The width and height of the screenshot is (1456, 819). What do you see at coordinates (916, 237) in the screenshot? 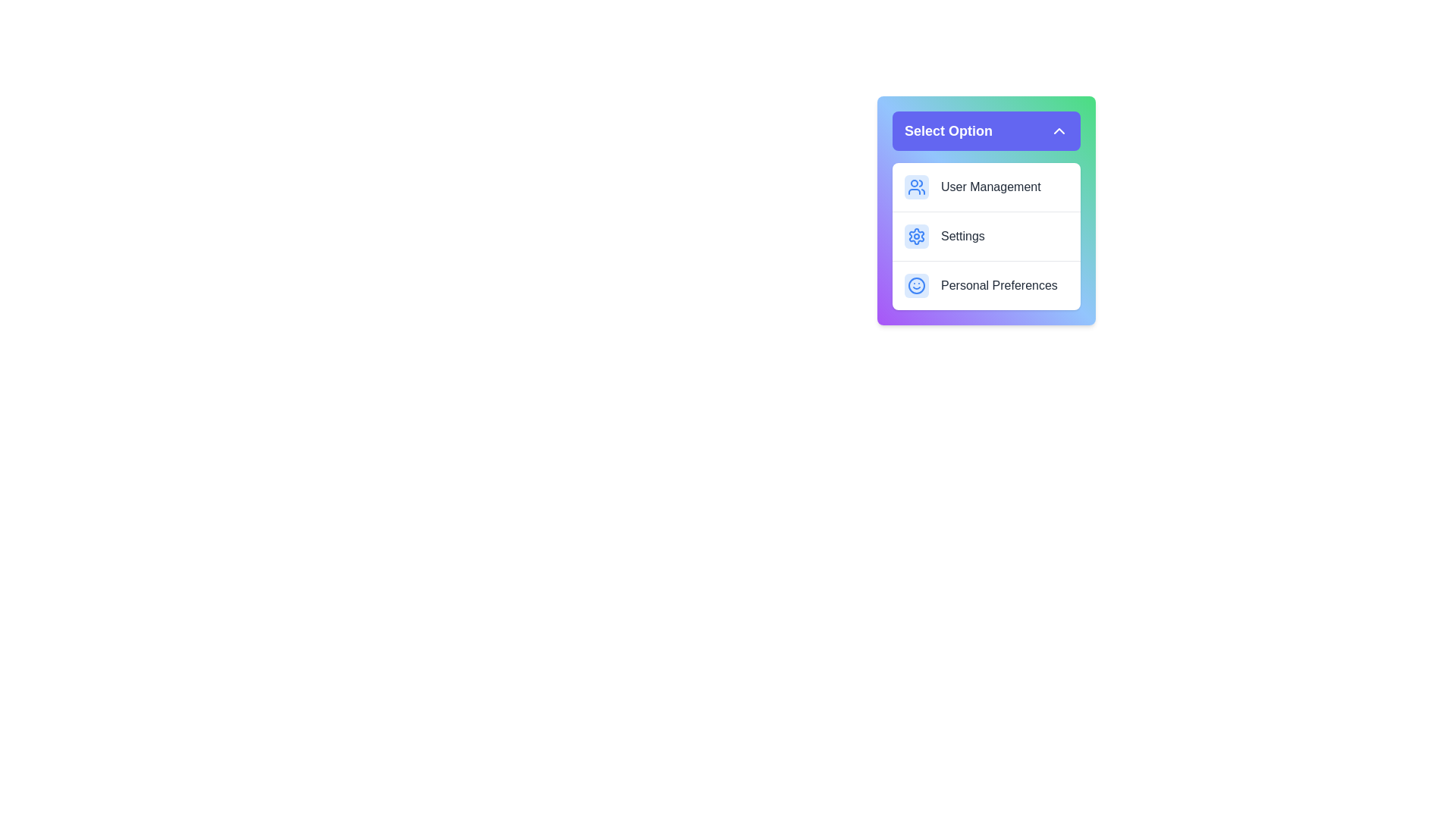
I see `the gear icon representing the settings option` at bounding box center [916, 237].